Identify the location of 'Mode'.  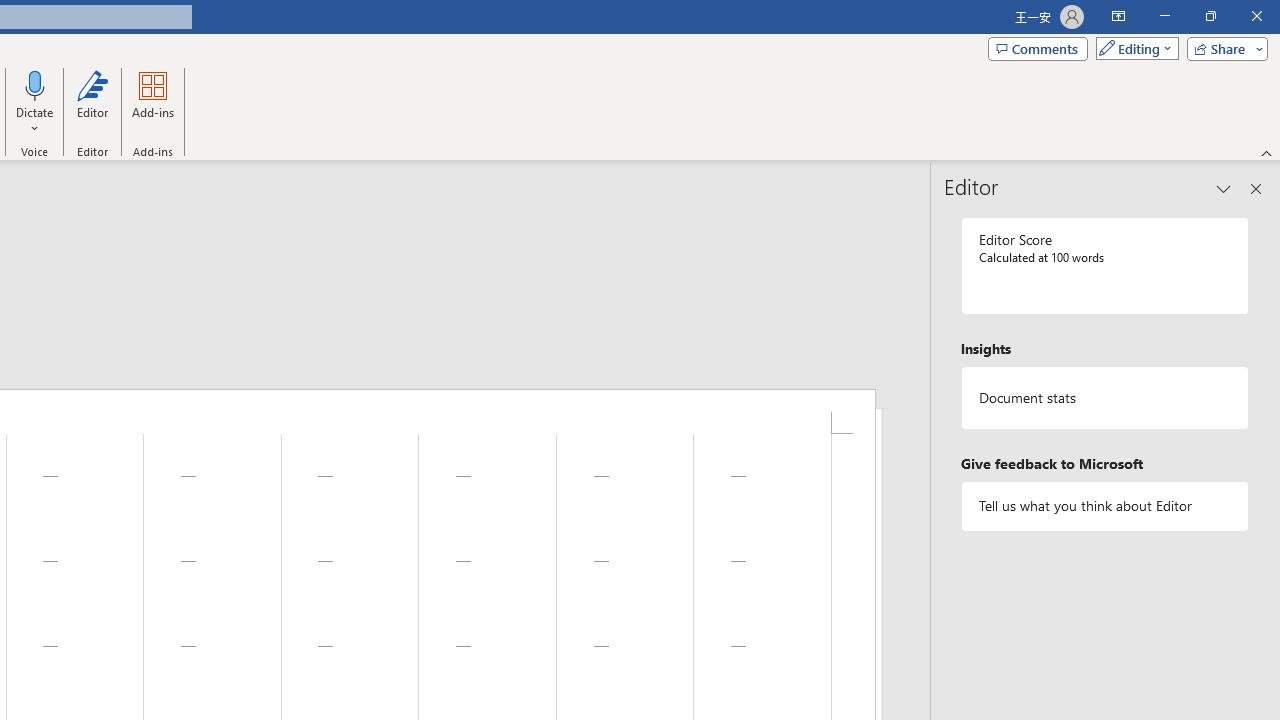
(1133, 47).